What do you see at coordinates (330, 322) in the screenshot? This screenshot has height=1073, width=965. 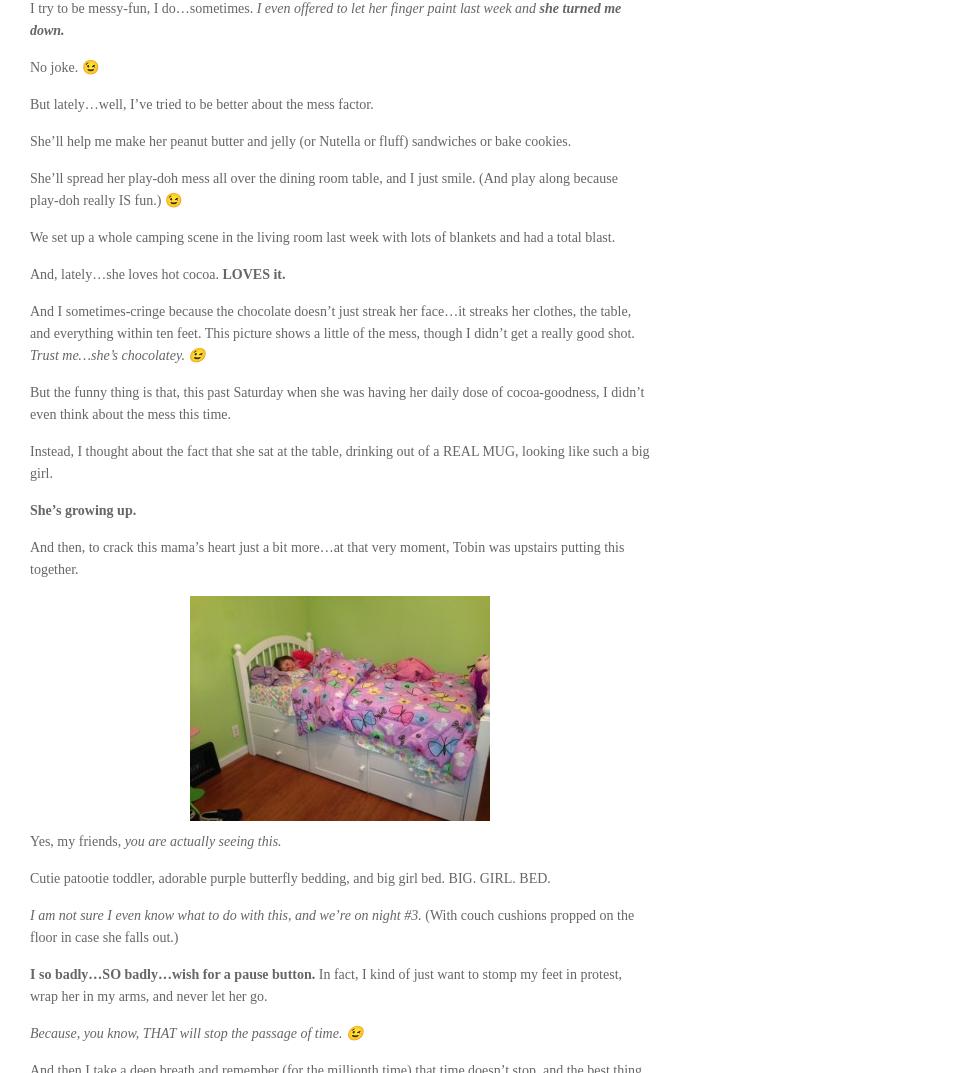 I see `'And I sometimes-cringe because the chocolate doesn’t just streak her face…it streaks her clothes, the table, and everything within ten feet. This picture shows a little of the mess, though I didn’t get a really good shot.'` at bounding box center [330, 322].